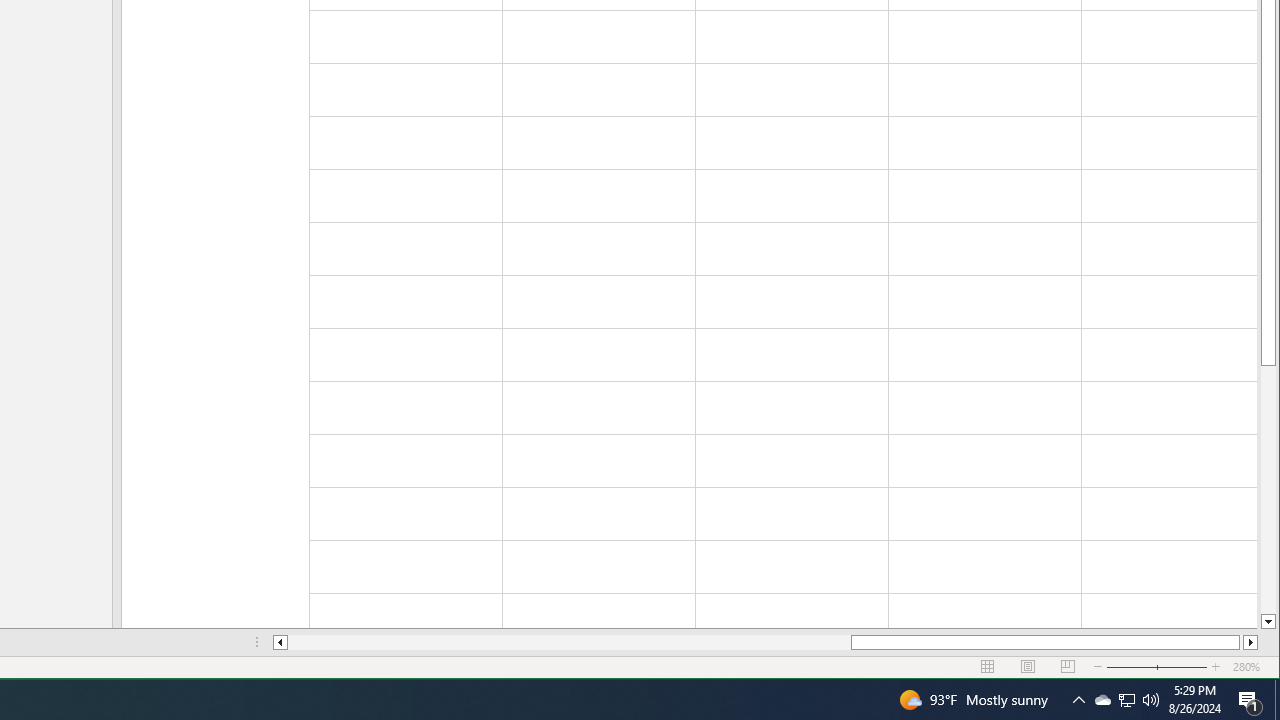 This screenshot has height=720, width=1280. I want to click on 'Page down', so click(1267, 489).